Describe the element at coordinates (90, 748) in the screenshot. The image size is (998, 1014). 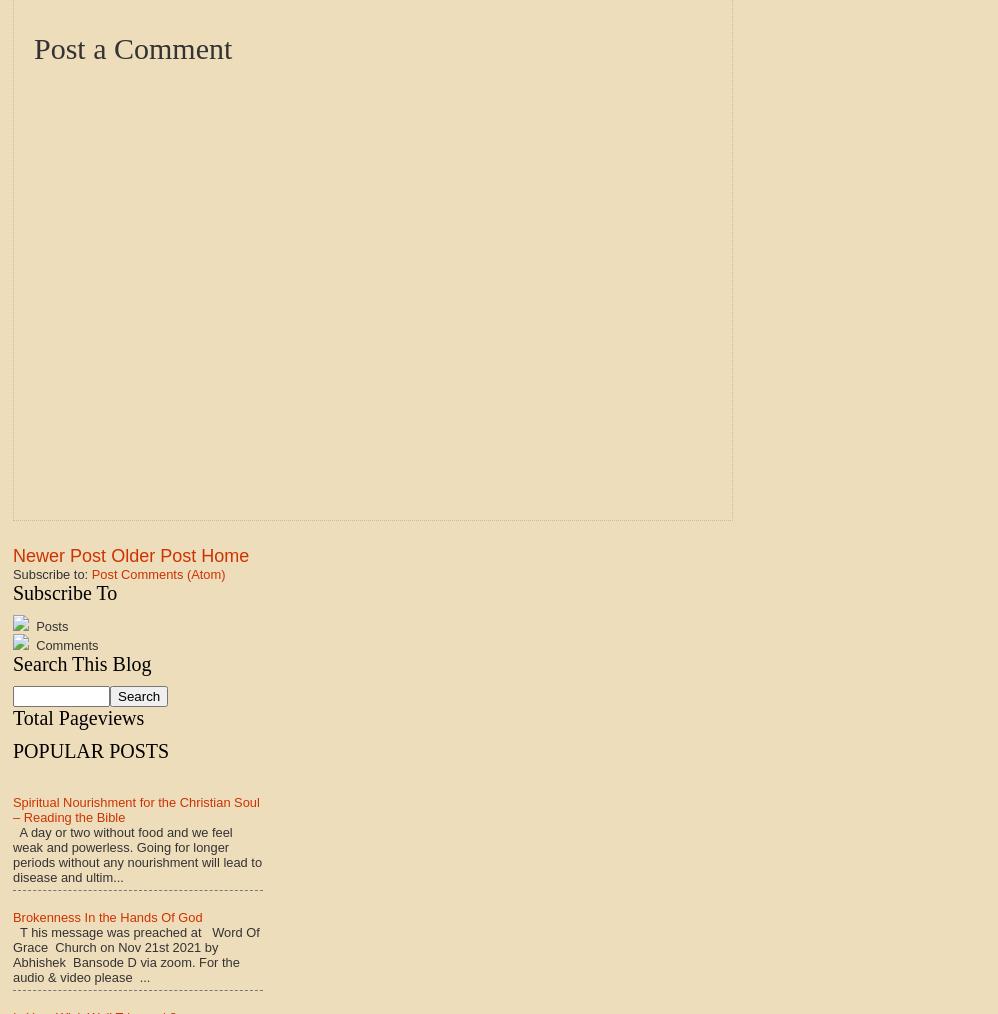
I see `'POPULAR POSTS'` at that location.